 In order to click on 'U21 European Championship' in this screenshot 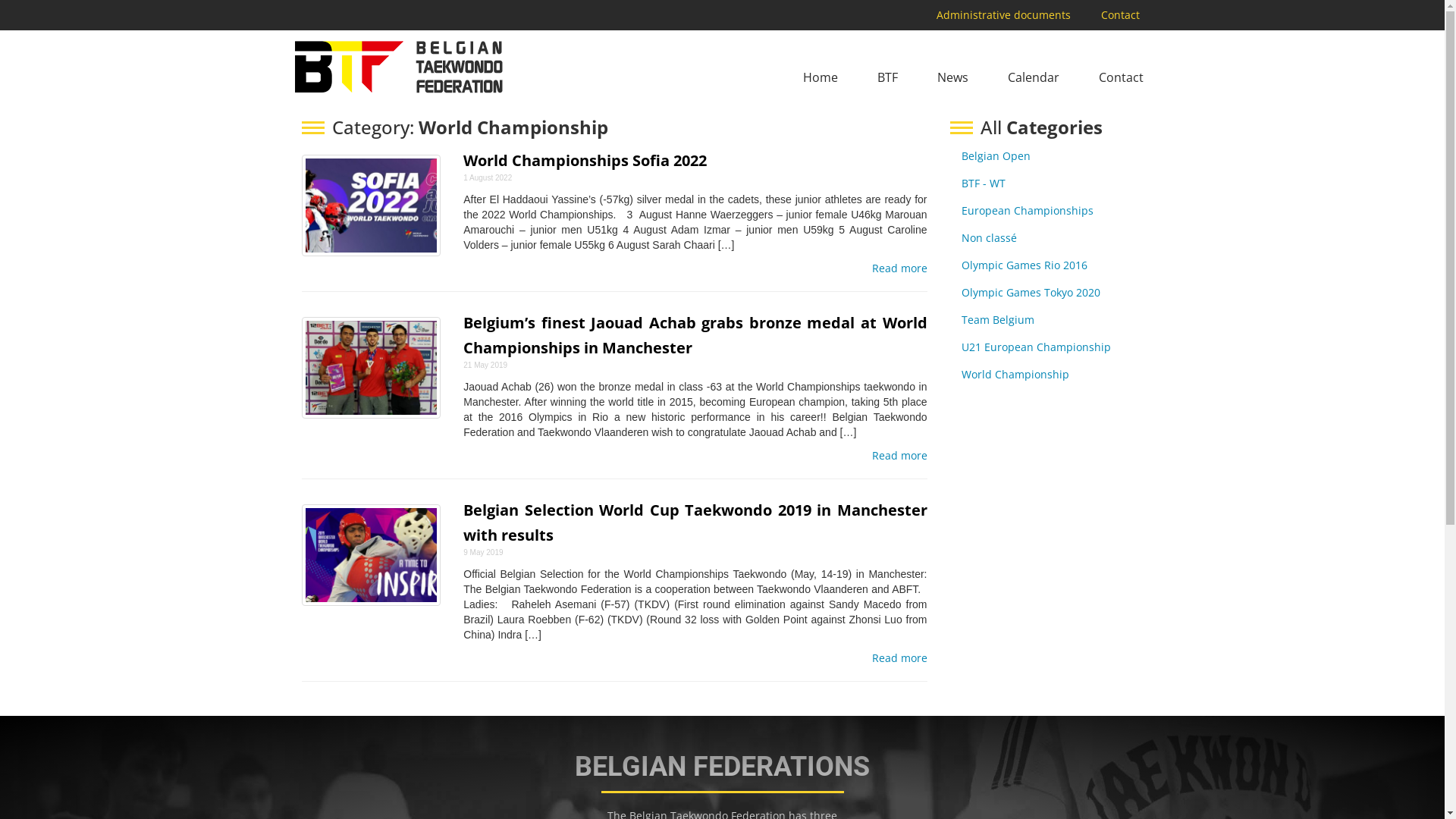, I will do `click(1035, 347)`.